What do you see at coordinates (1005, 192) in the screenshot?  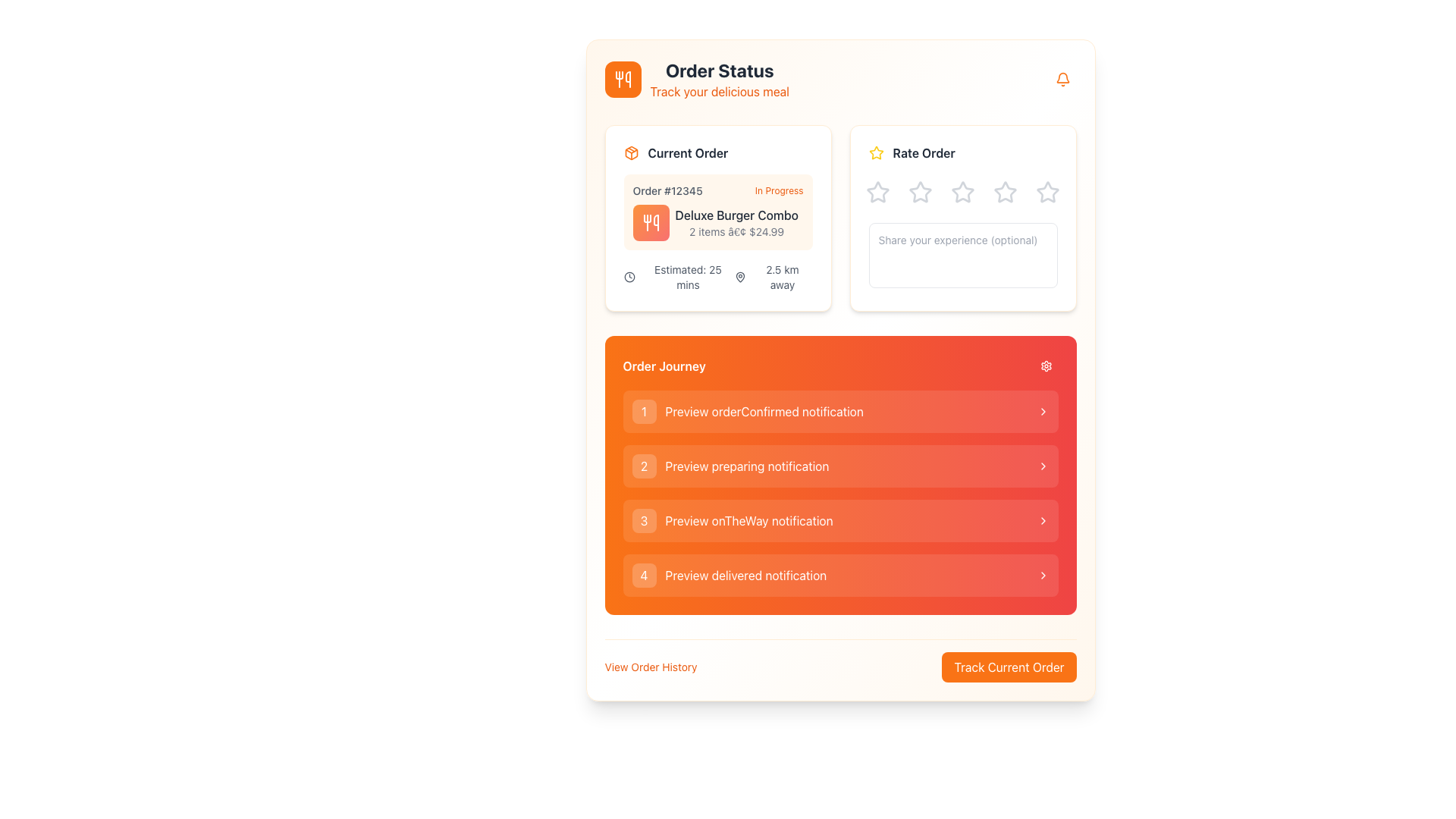 I see `the interactive fourth star icon` at bounding box center [1005, 192].